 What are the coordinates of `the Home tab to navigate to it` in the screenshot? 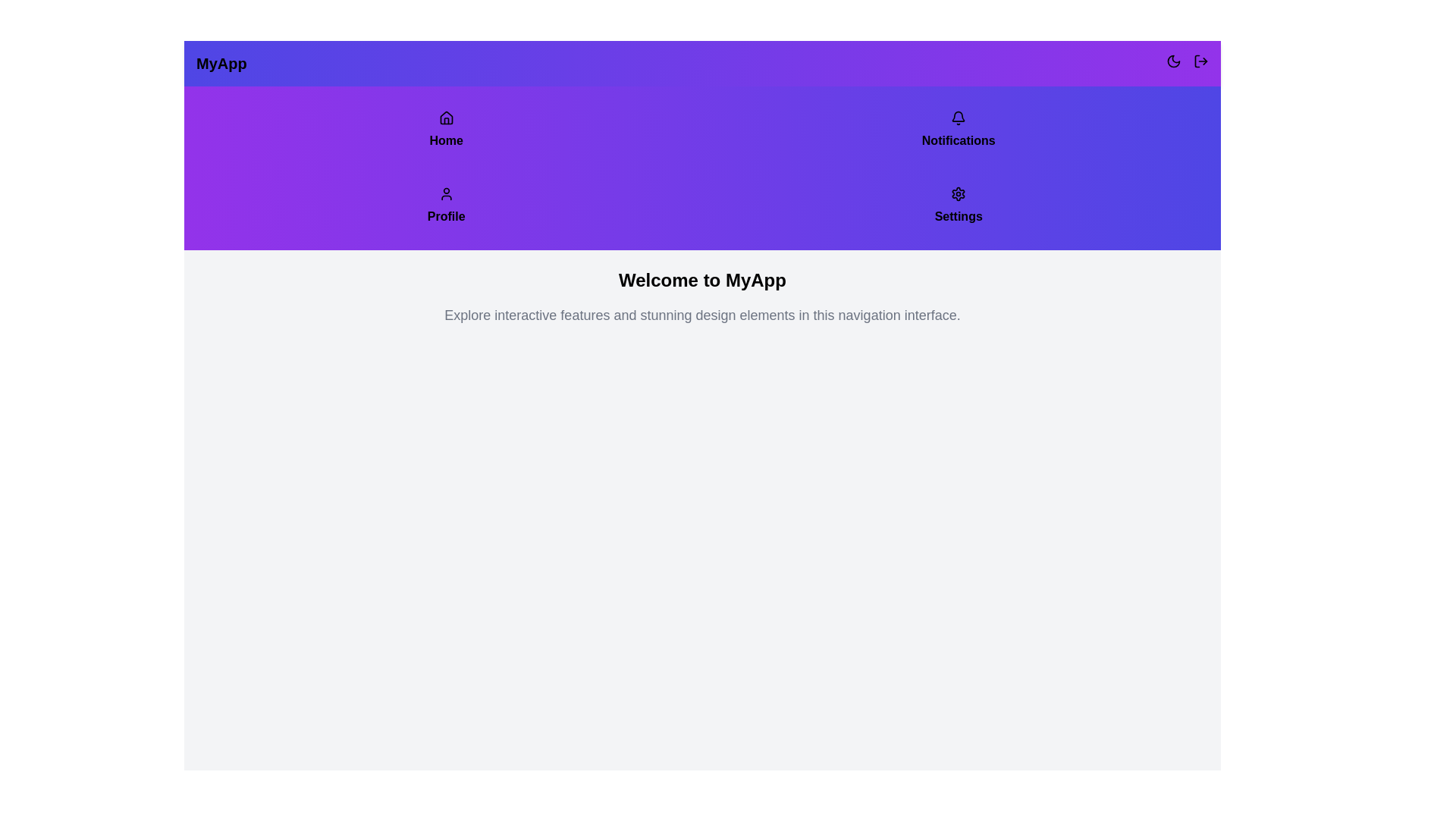 It's located at (445, 130).